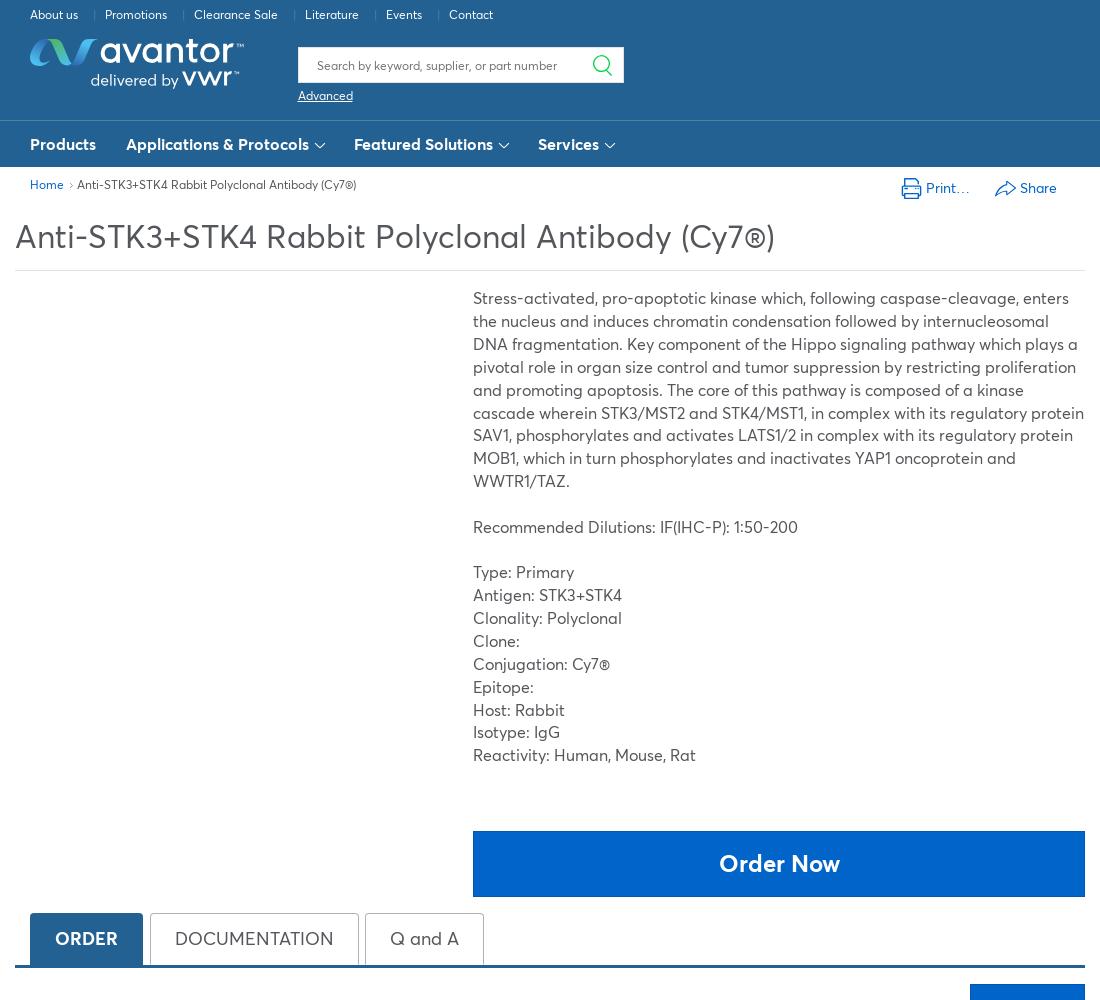  What do you see at coordinates (332, 14) in the screenshot?
I see `'Literature'` at bounding box center [332, 14].